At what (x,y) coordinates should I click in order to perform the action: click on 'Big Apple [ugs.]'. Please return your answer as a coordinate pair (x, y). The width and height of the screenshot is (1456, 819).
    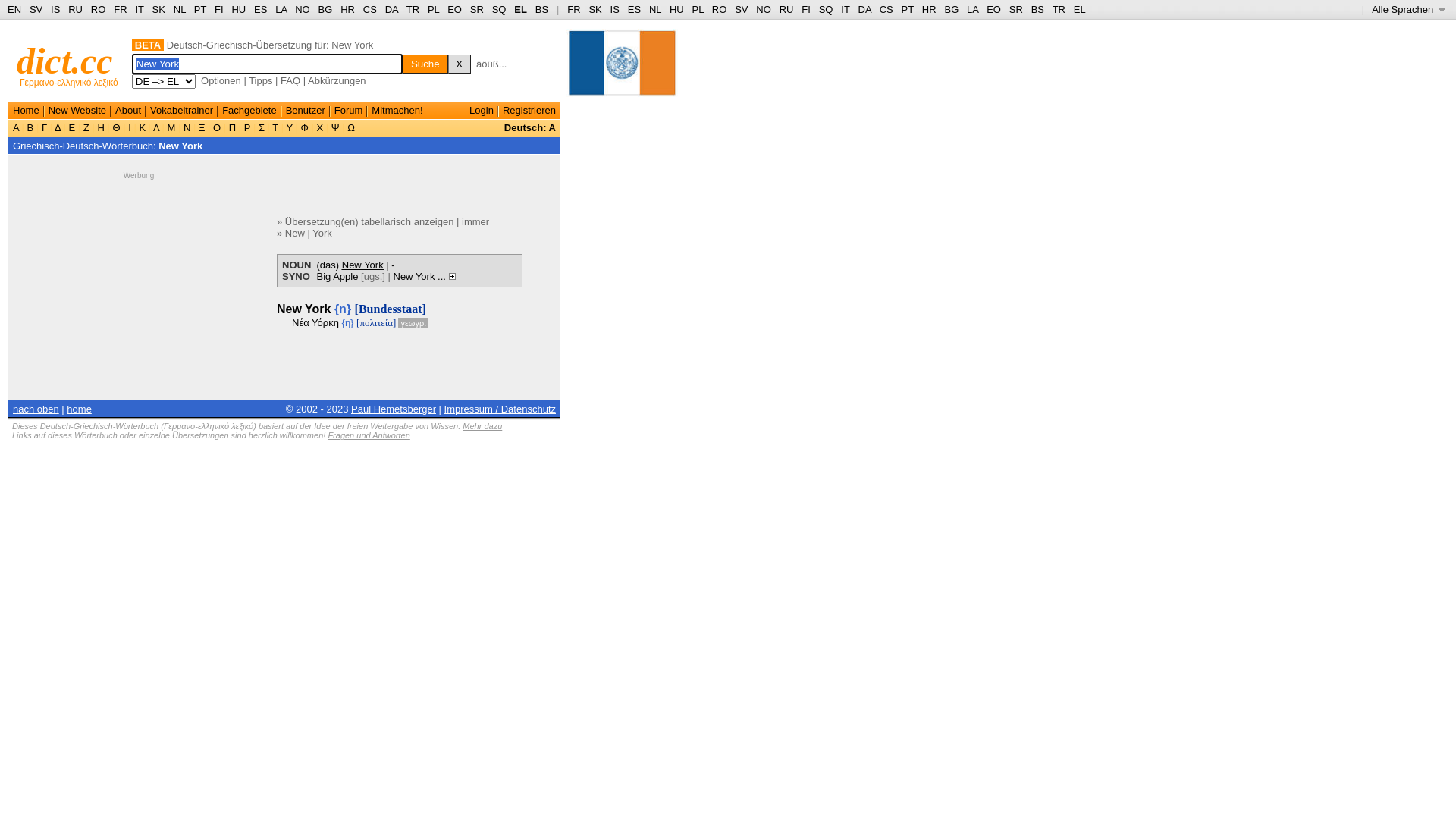
    Looking at the image, I should click on (350, 275).